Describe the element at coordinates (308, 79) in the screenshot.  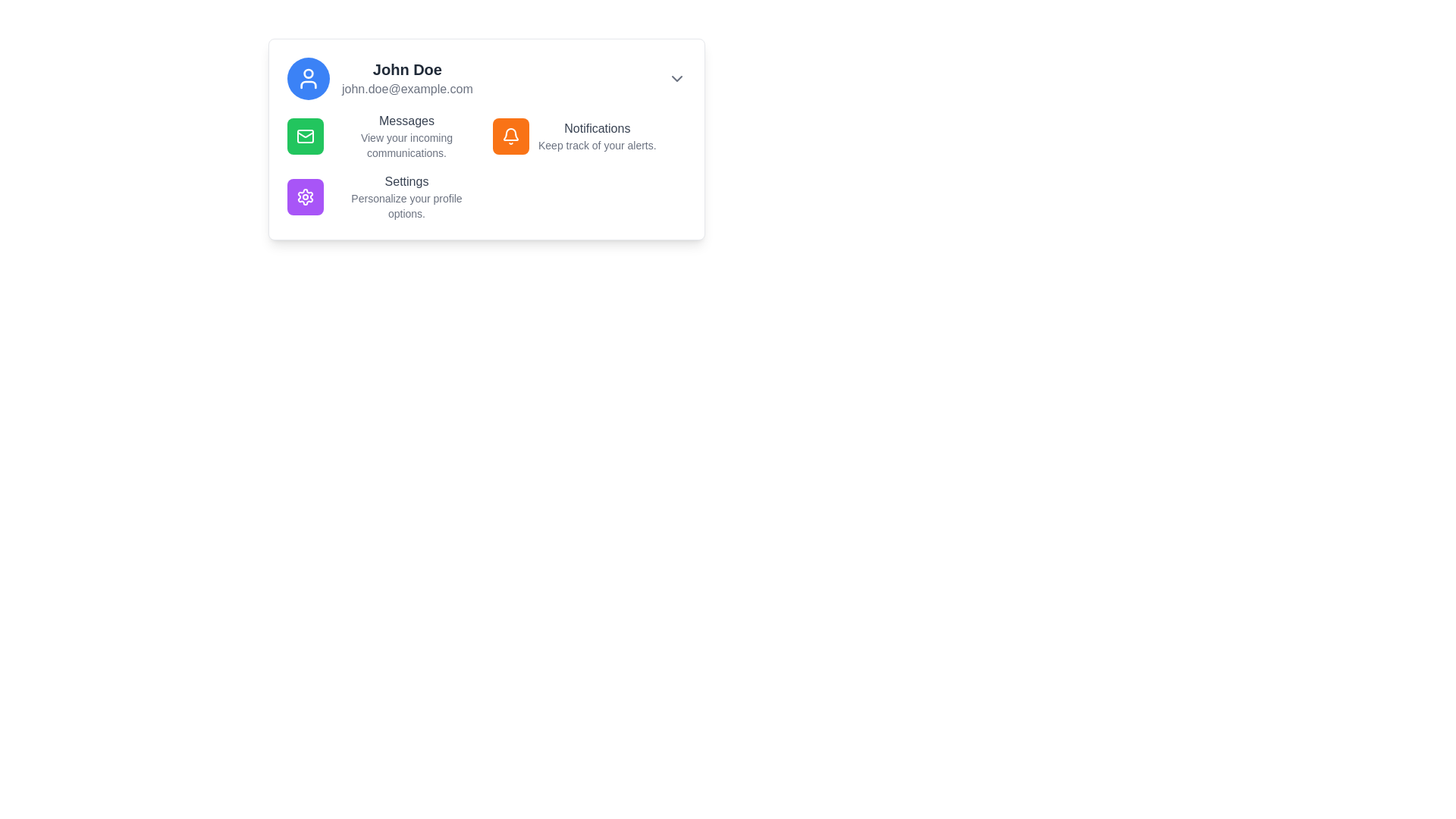
I see `the user profile silhouette icon, which is white on a blue circular background` at that location.